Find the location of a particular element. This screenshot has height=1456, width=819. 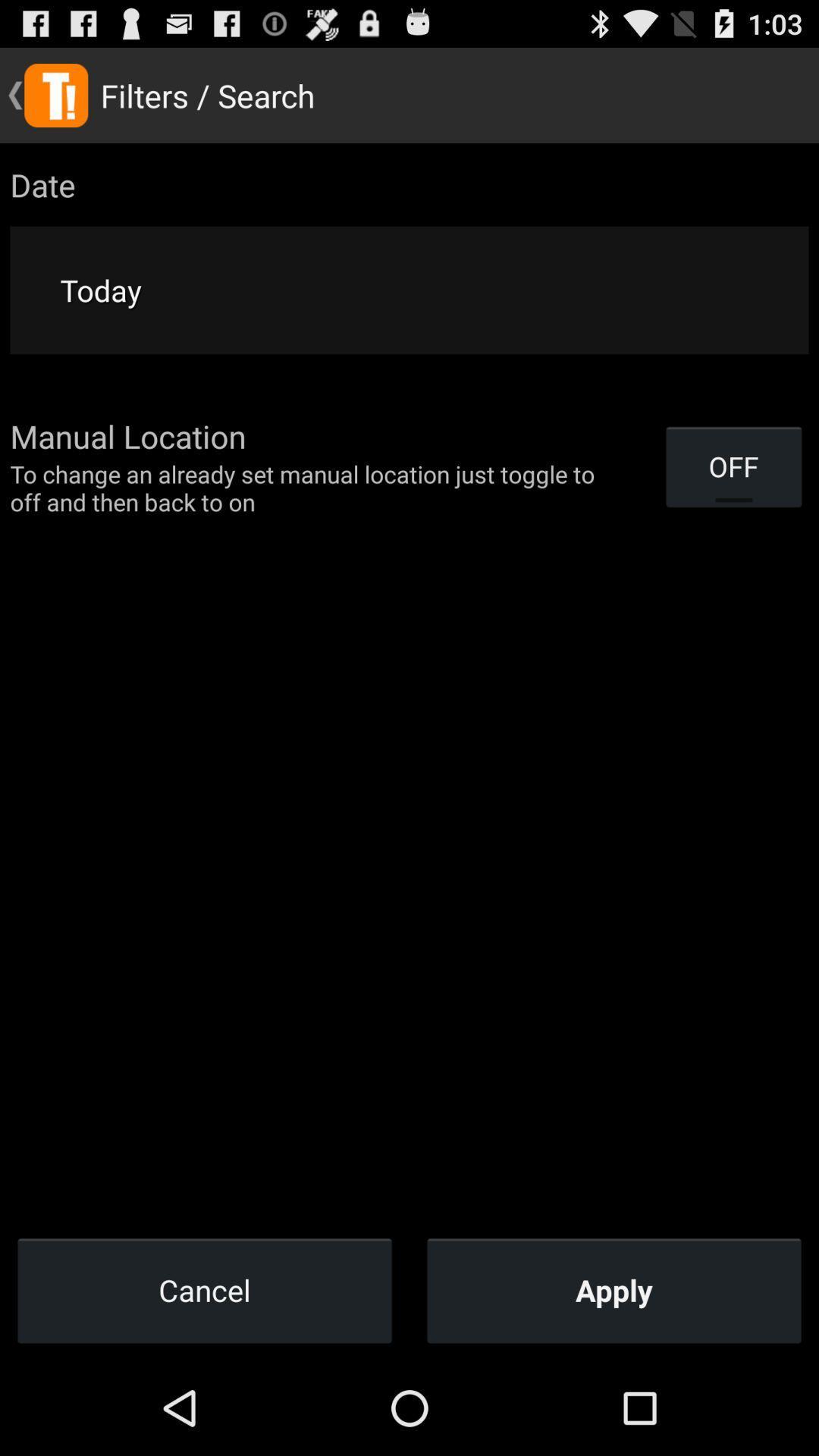

the icon to the left of the apply icon is located at coordinates (205, 1289).